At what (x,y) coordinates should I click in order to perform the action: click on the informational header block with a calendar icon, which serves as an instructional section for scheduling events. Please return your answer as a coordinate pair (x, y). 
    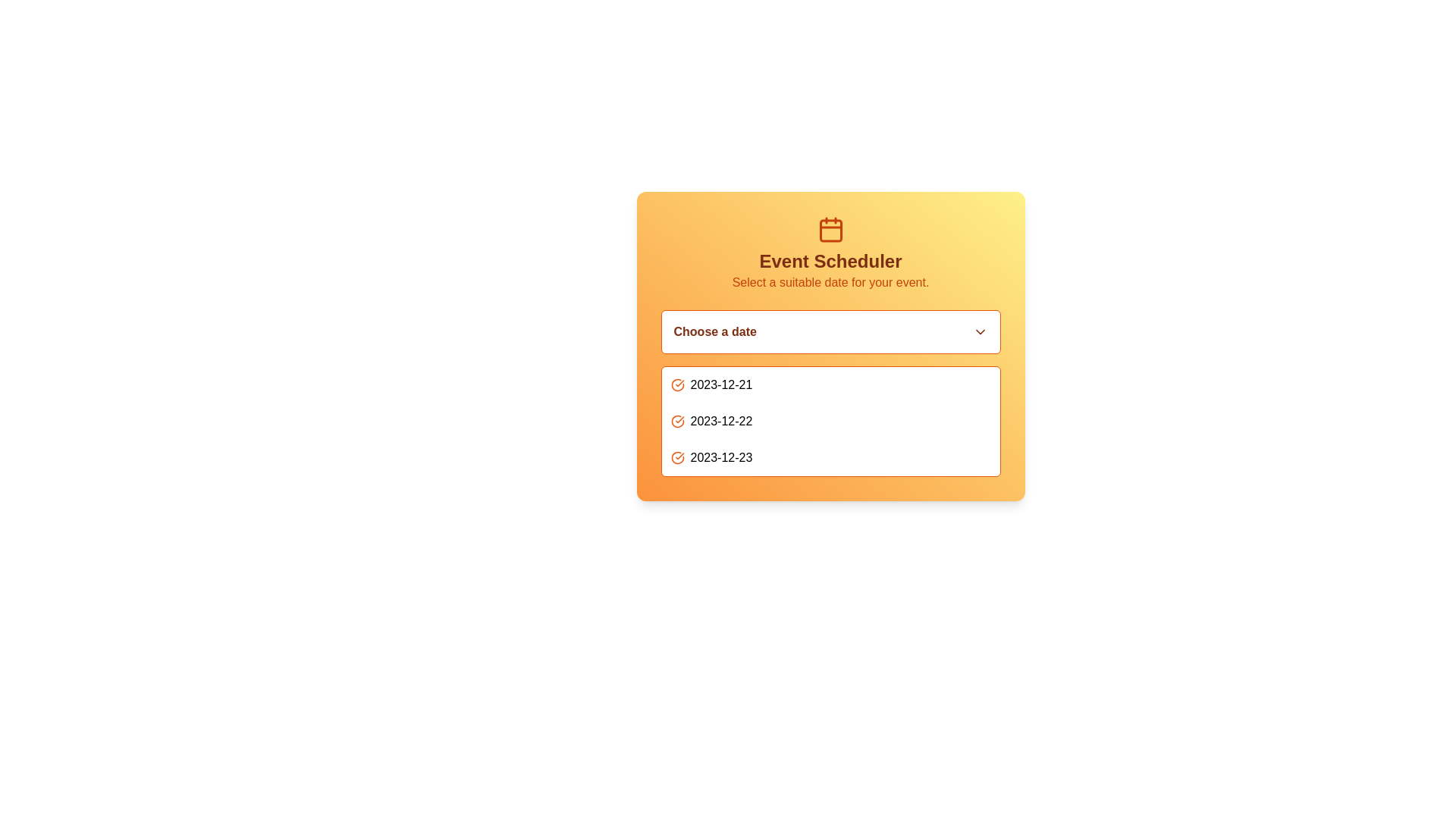
    Looking at the image, I should click on (830, 253).